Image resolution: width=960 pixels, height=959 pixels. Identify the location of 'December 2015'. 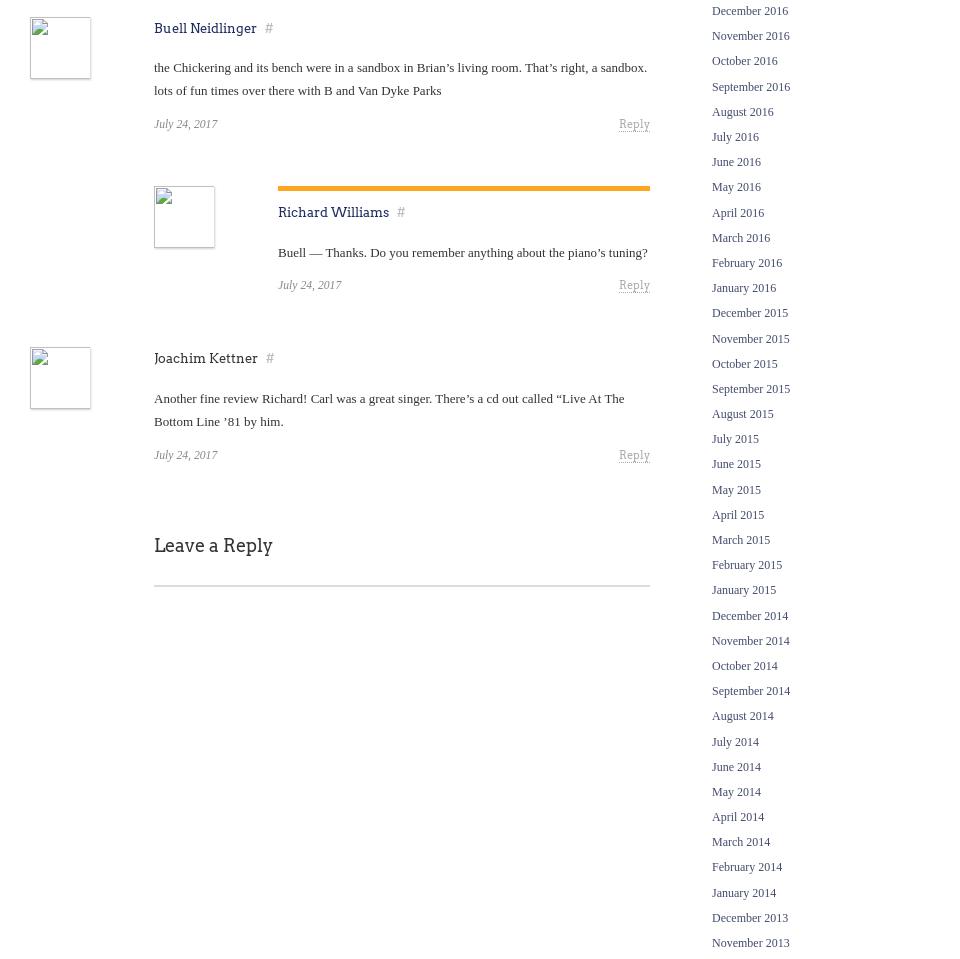
(748, 312).